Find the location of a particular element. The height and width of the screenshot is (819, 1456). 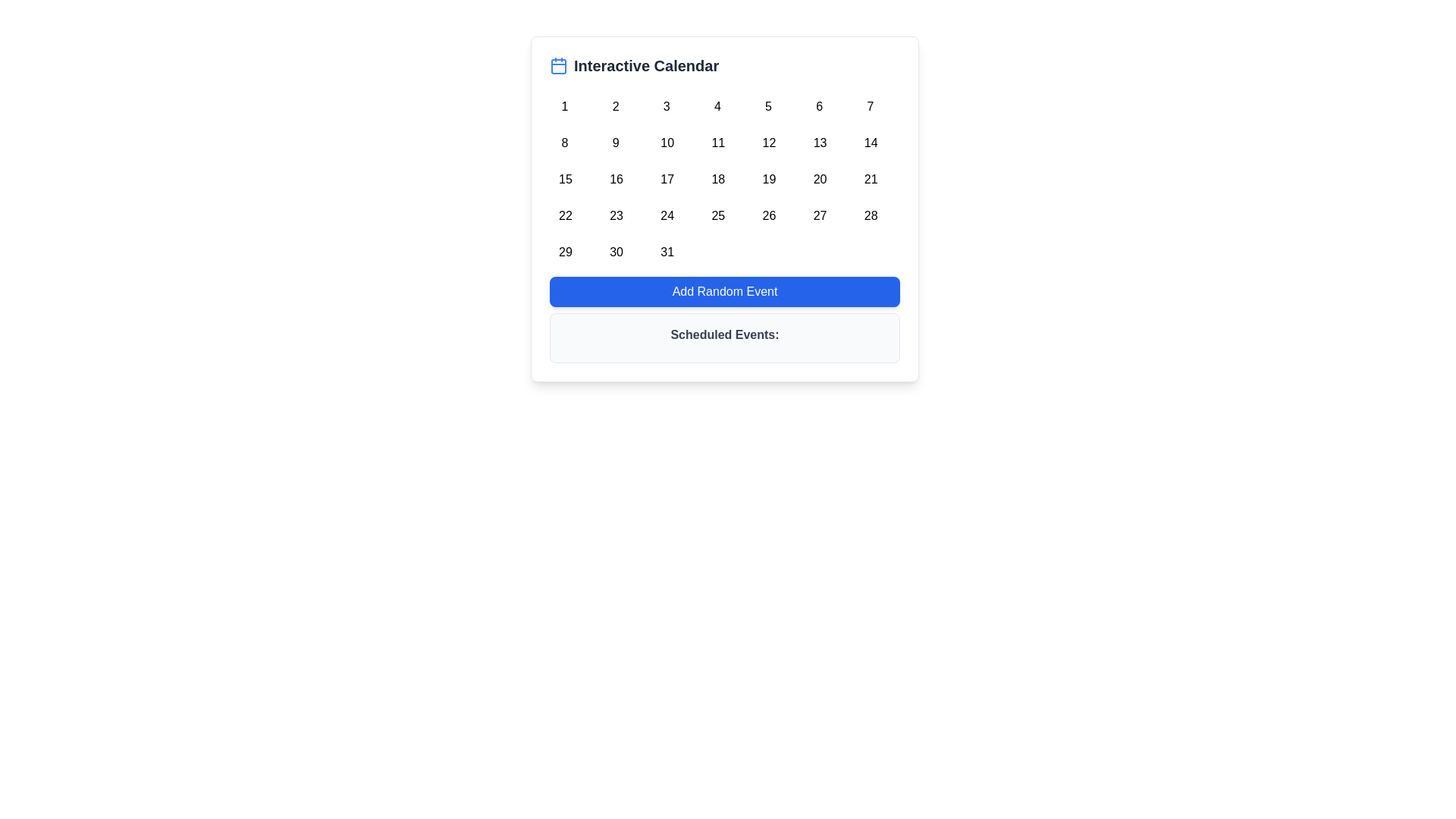

the square button displaying the number '7' in the grid-based calendar layout is located at coordinates (870, 103).